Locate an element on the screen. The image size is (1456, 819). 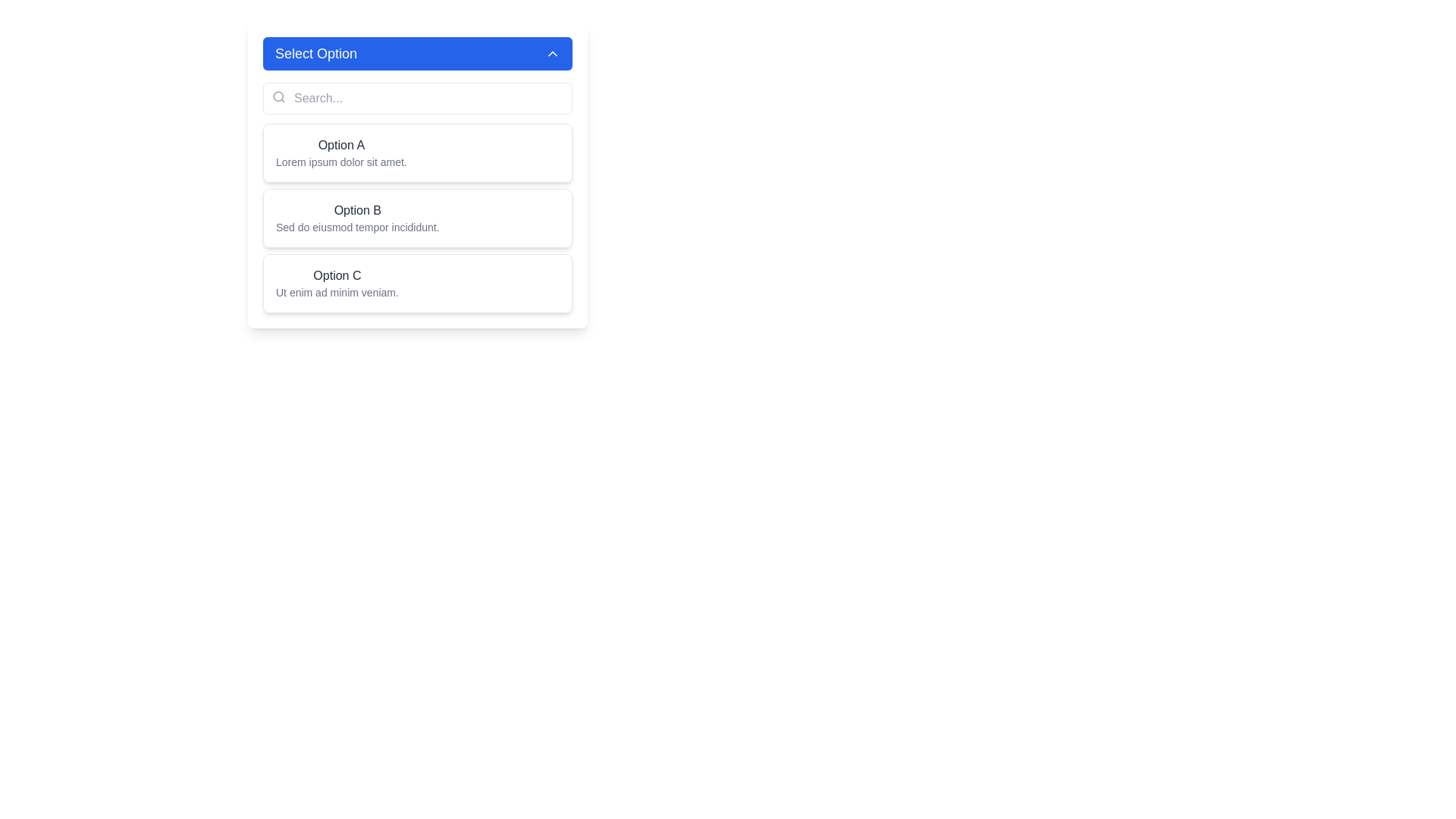
the SVG circle element representing the magnifying glass icon located at the top-left corner of the search bar is located at coordinates (278, 96).